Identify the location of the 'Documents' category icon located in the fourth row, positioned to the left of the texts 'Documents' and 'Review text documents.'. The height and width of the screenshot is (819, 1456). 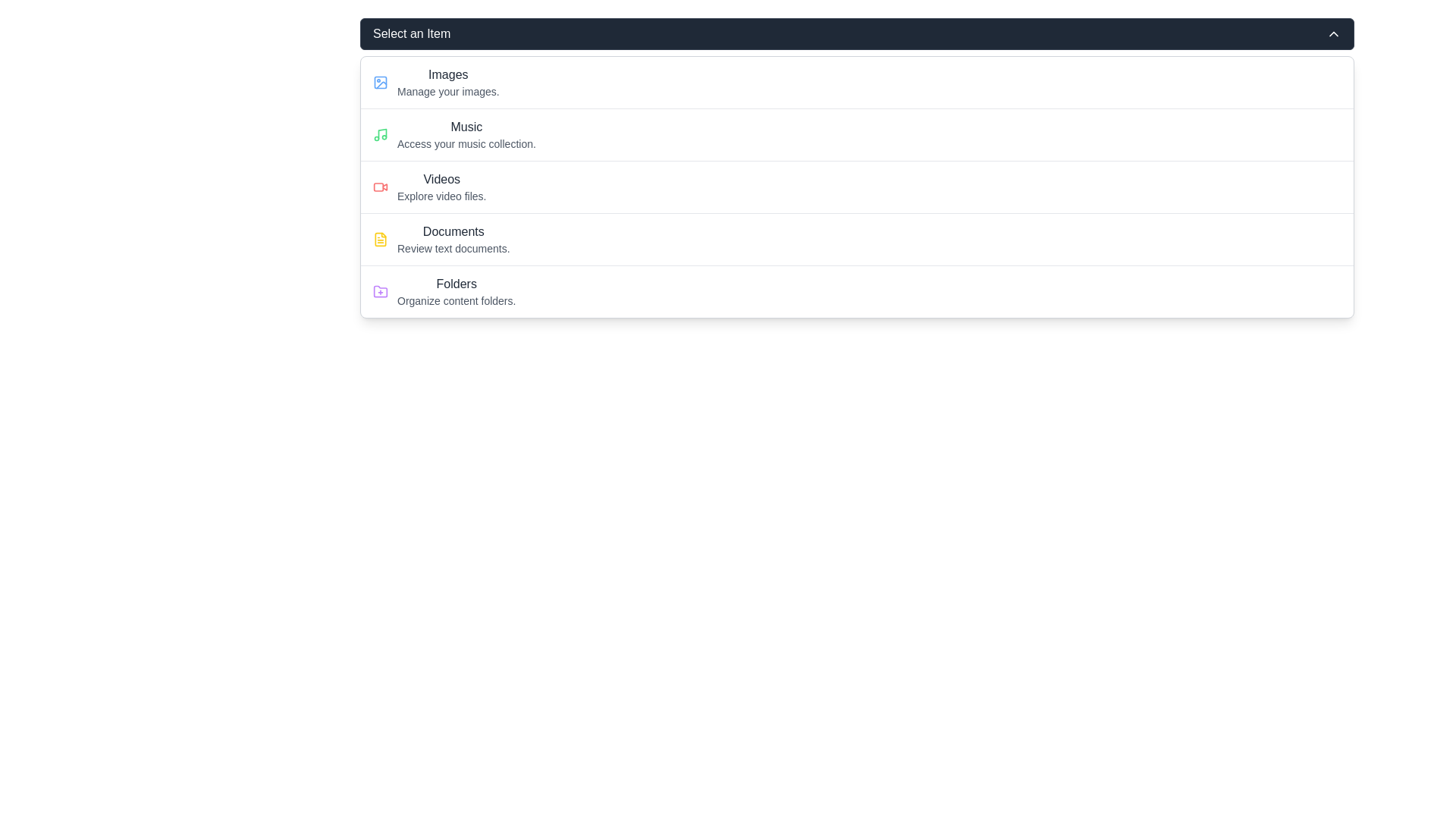
(381, 239).